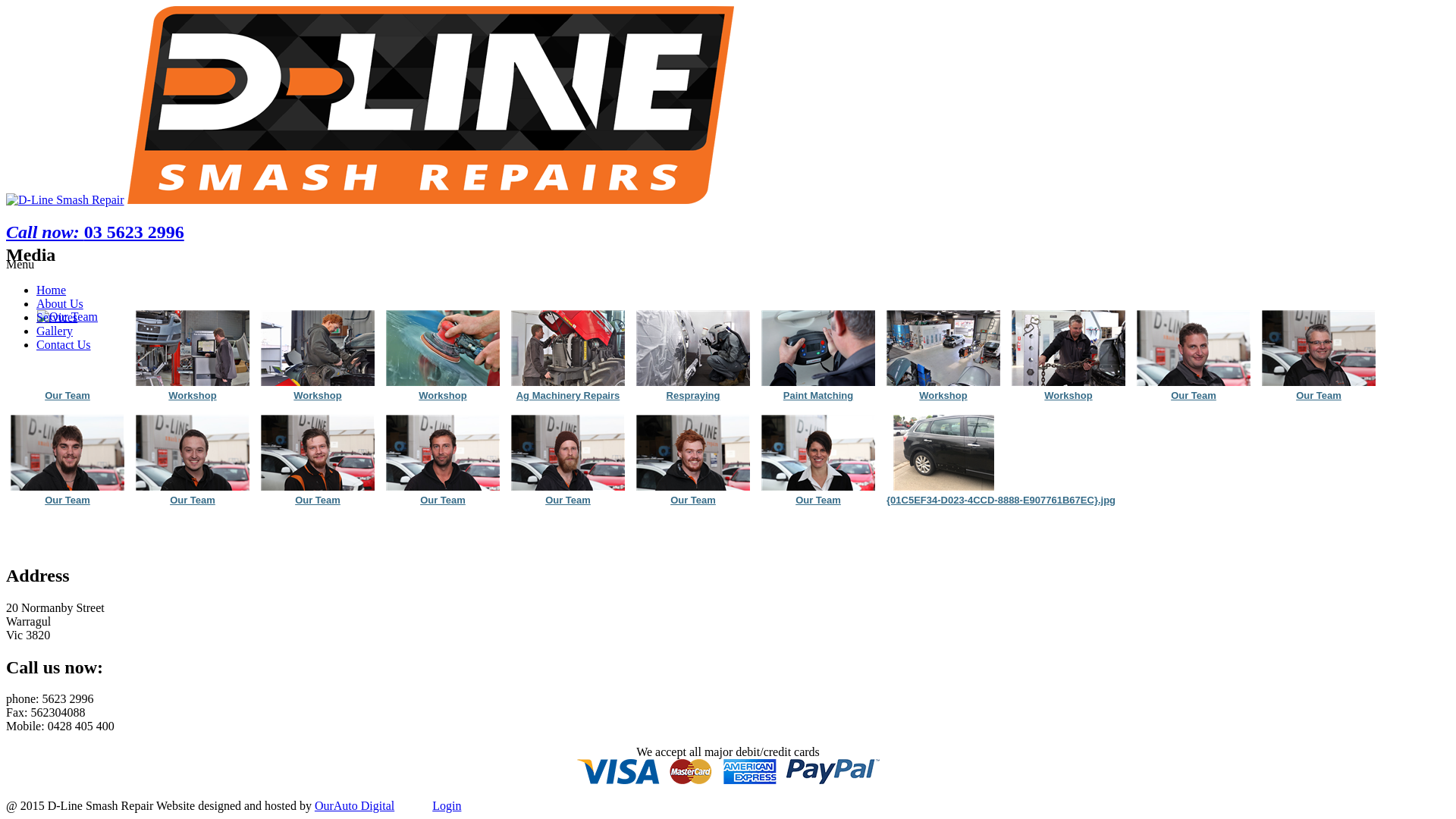 This screenshot has width=1456, height=819. Describe the element at coordinates (57, 316) in the screenshot. I see `'Services'` at that location.